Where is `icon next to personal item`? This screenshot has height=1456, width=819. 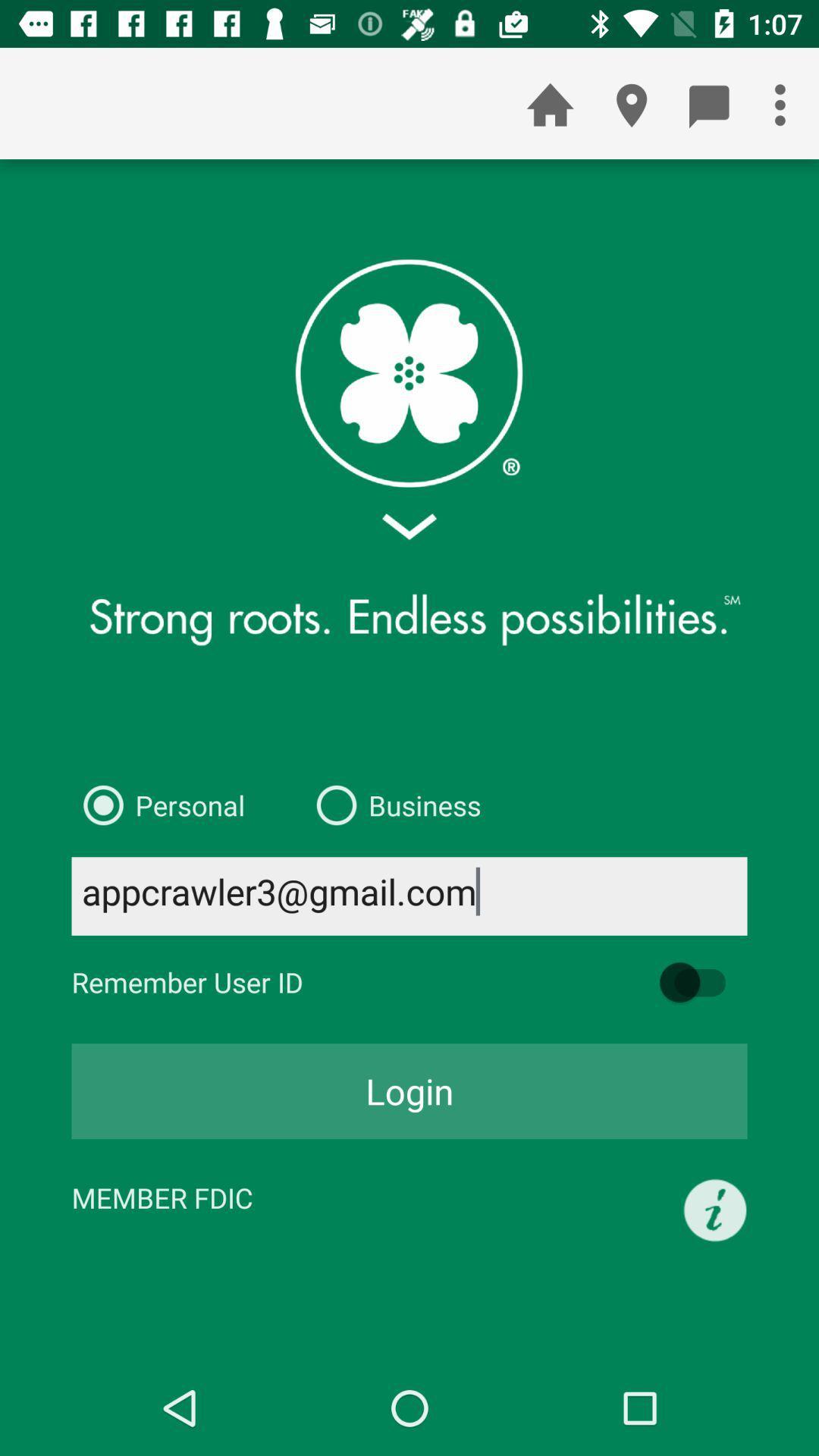
icon next to personal item is located at coordinates (392, 804).